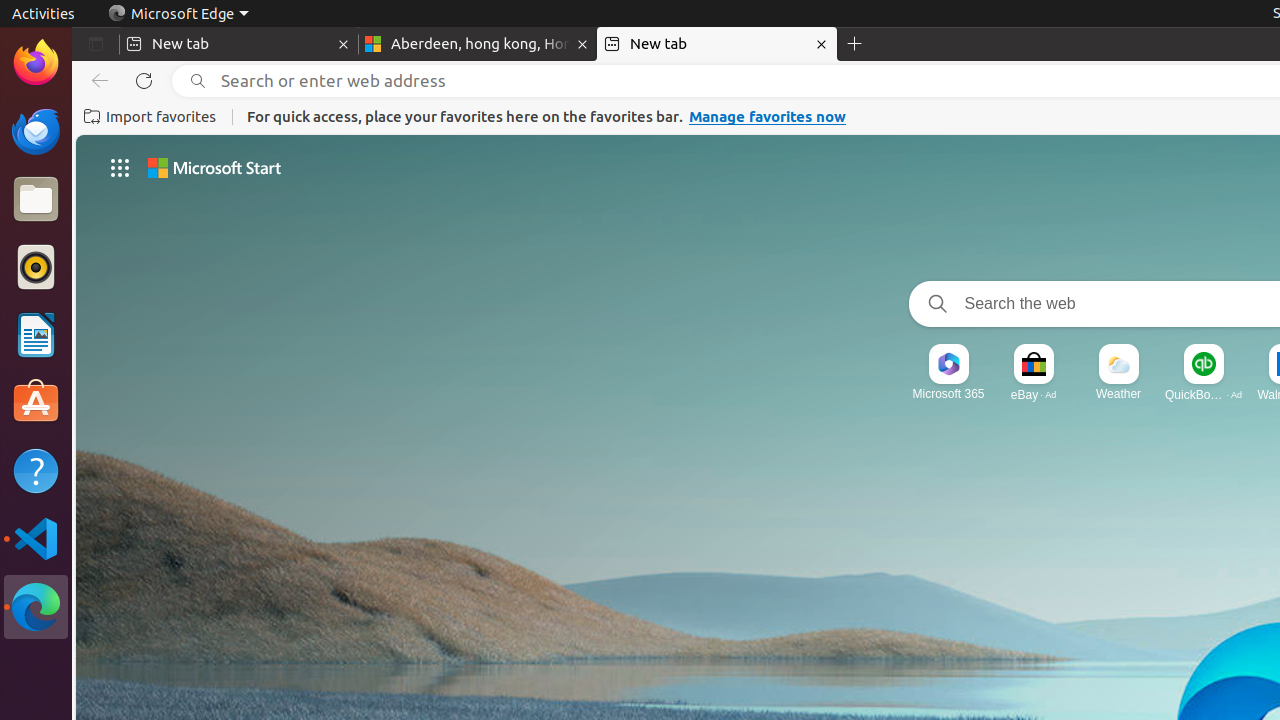  I want to click on 'Weather', so click(1117, 393).